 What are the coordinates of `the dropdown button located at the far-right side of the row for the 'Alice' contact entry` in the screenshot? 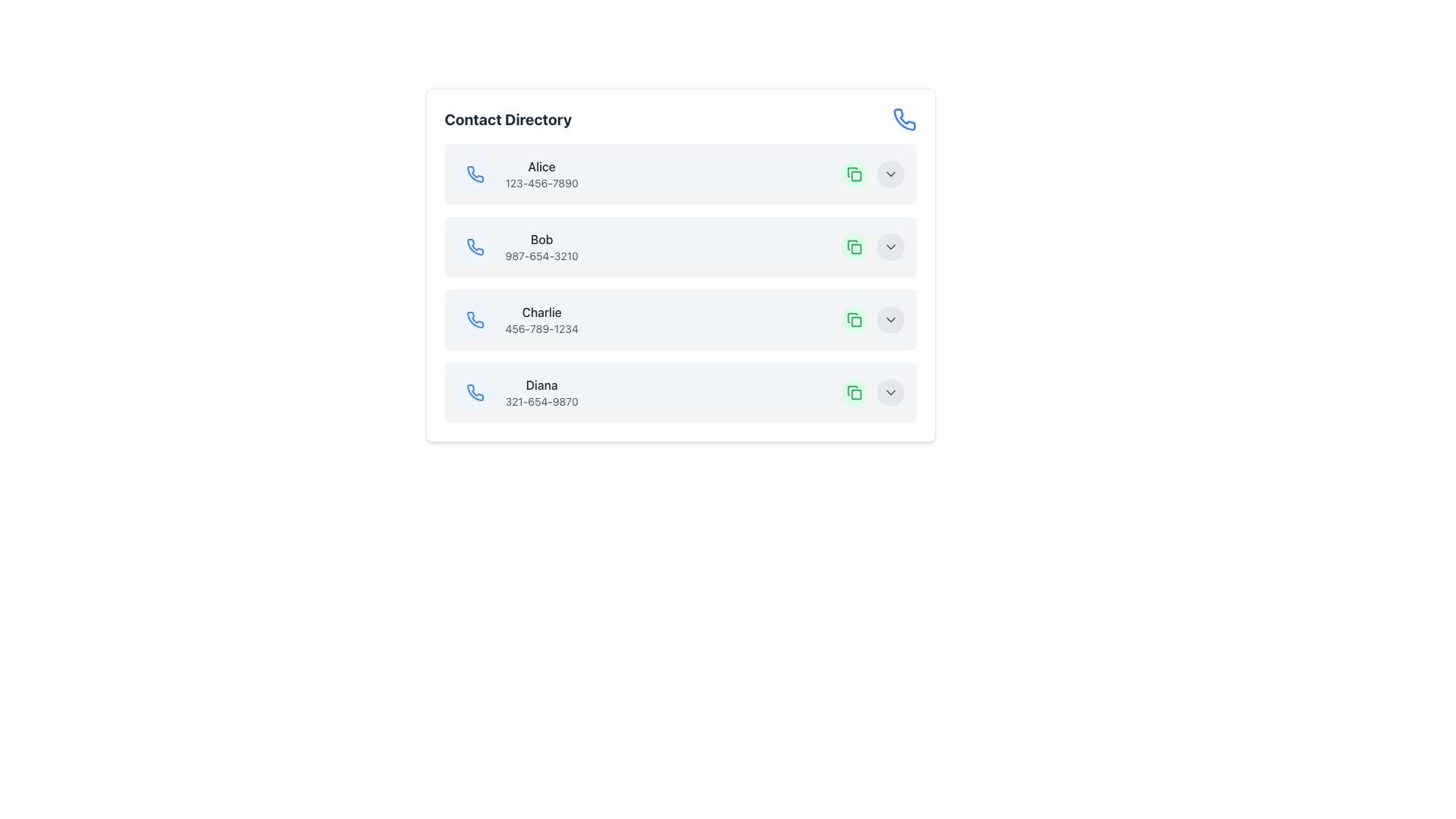 It's located at (890, 174).